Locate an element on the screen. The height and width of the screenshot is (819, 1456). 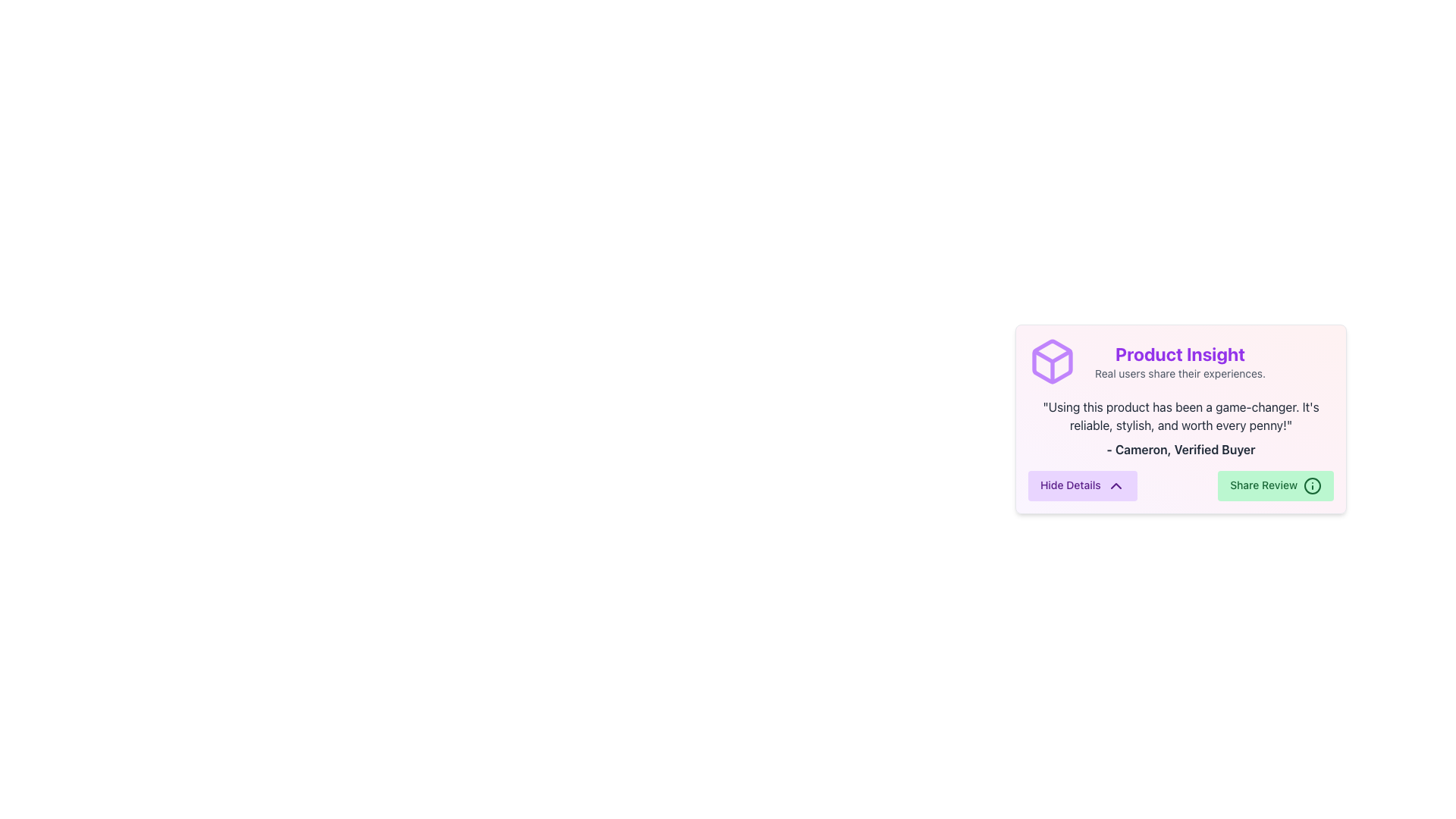
the text element reading 'Real users share their experiences.' which is styled in a small gray font and located below the larger purple heading 'Product Insight' is located at coordinates (1179, 374).